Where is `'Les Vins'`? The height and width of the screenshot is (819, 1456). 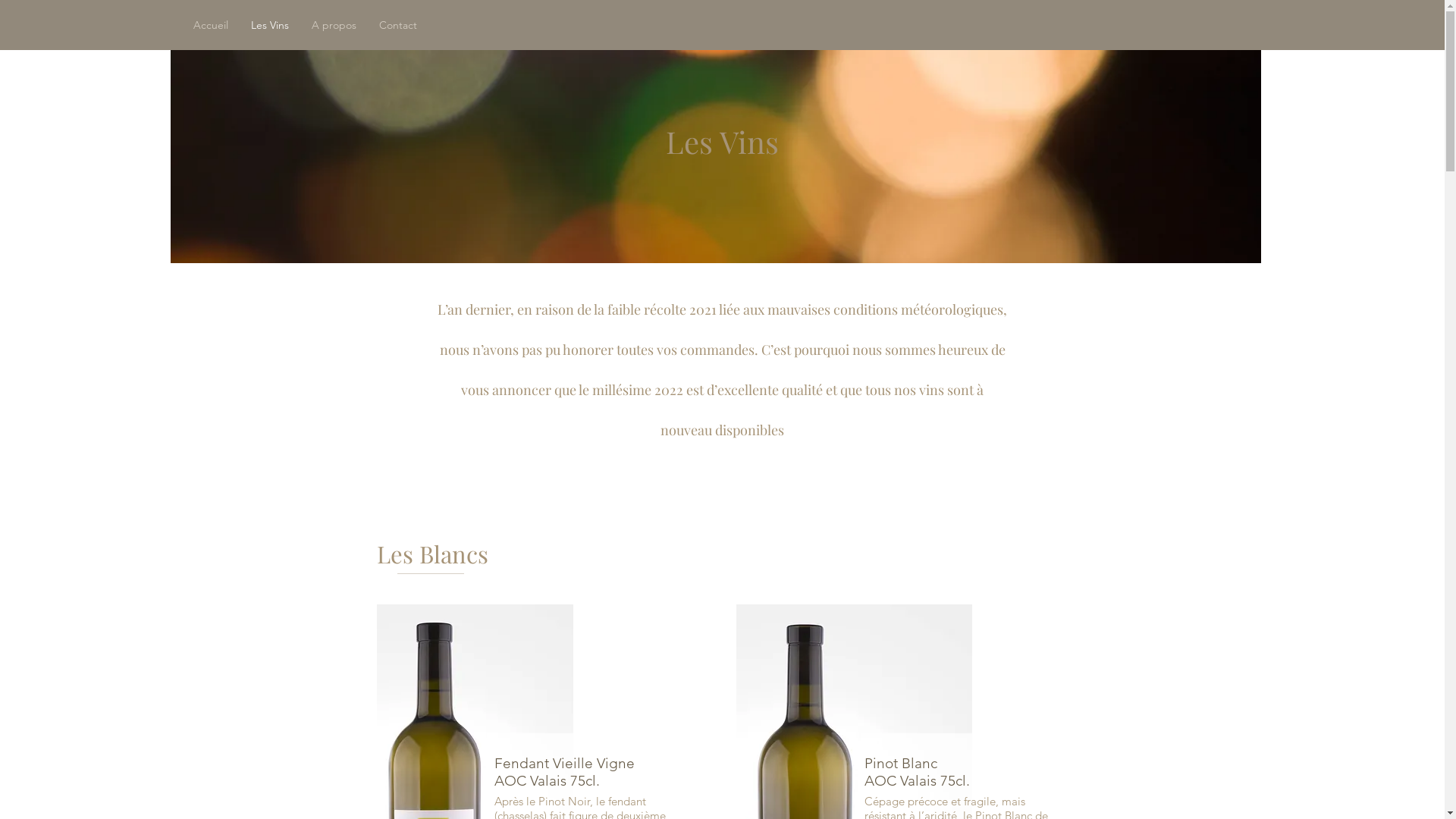
'Les Vins' is located at coordinates (239, 25).